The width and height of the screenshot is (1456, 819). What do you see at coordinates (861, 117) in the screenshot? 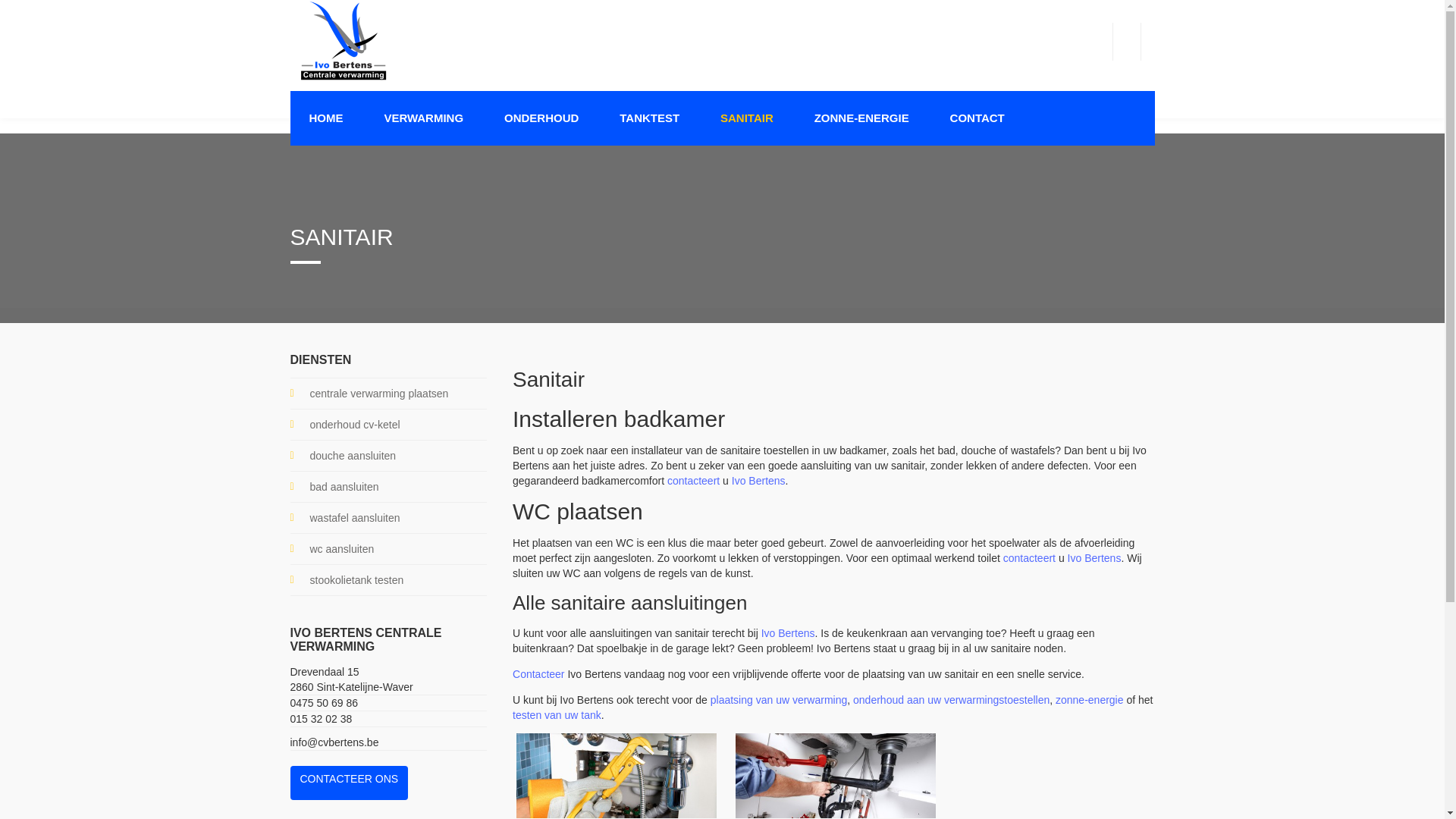
I see `'ZONNE-ENERGIE'` at bounding box center [861, 117].